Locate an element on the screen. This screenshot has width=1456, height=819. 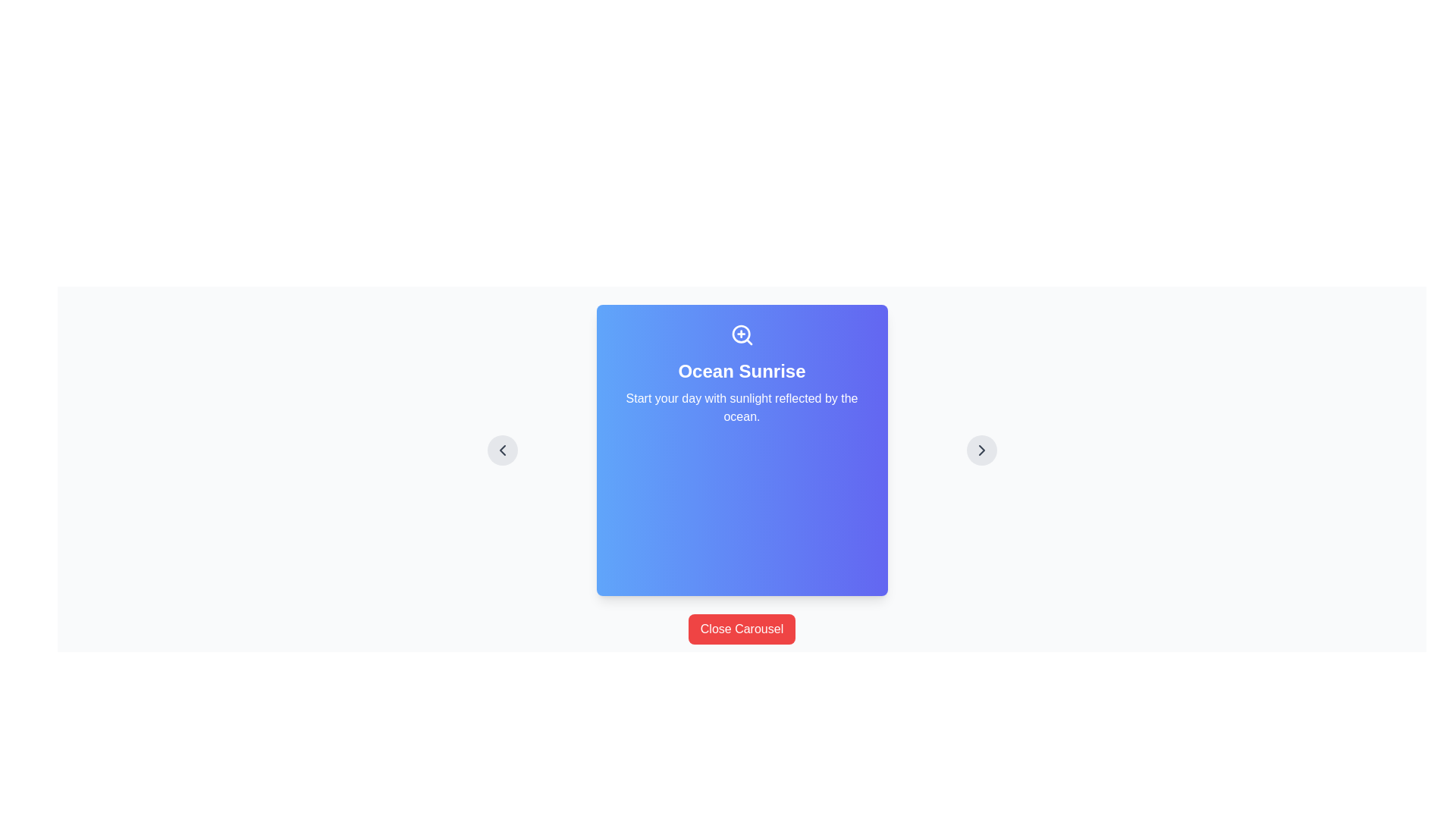
the descriptive text label providing context about the title 'Ocean Sunrise', located below the title and above a gap at the bottom of the card is located at coordinates (742, 406).